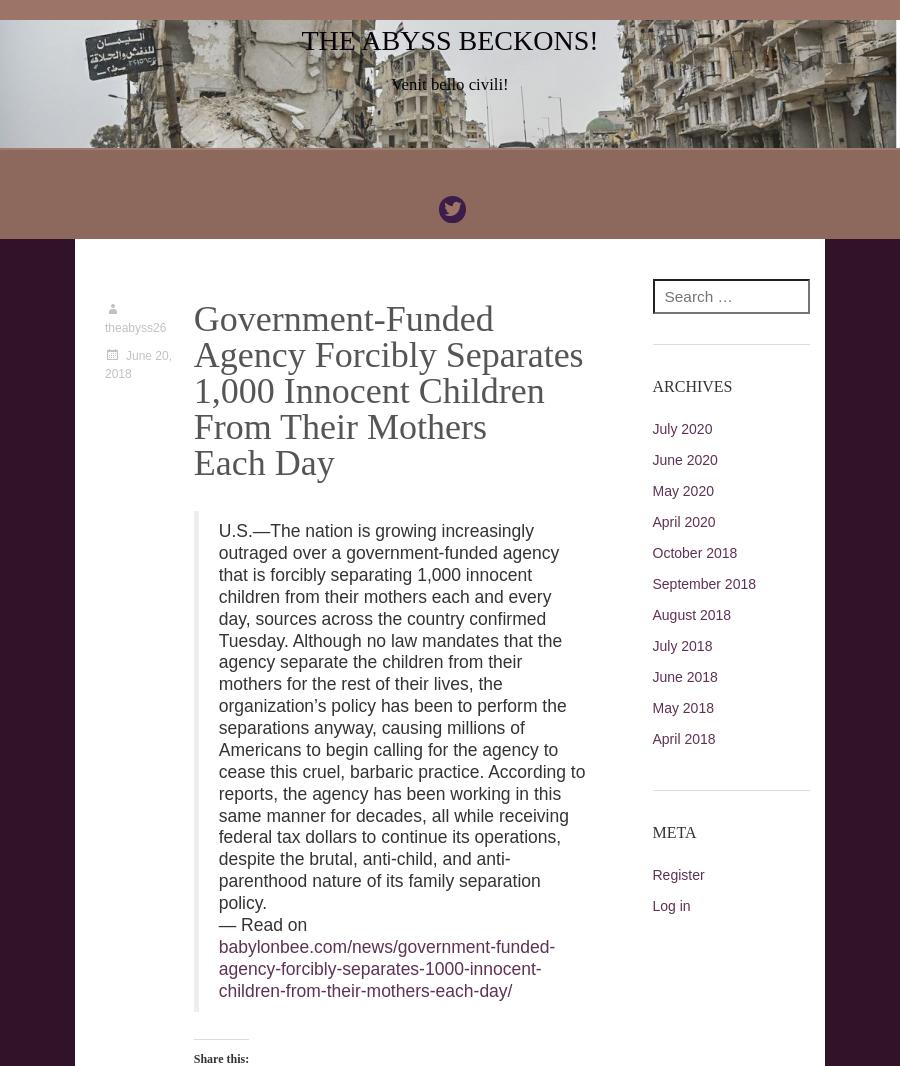 Image resolution: width=900 pixels, height=1066 pixels. Describe the element at coordinates (681, 490) in the screenshot. I see `'May 2020'` at that location.